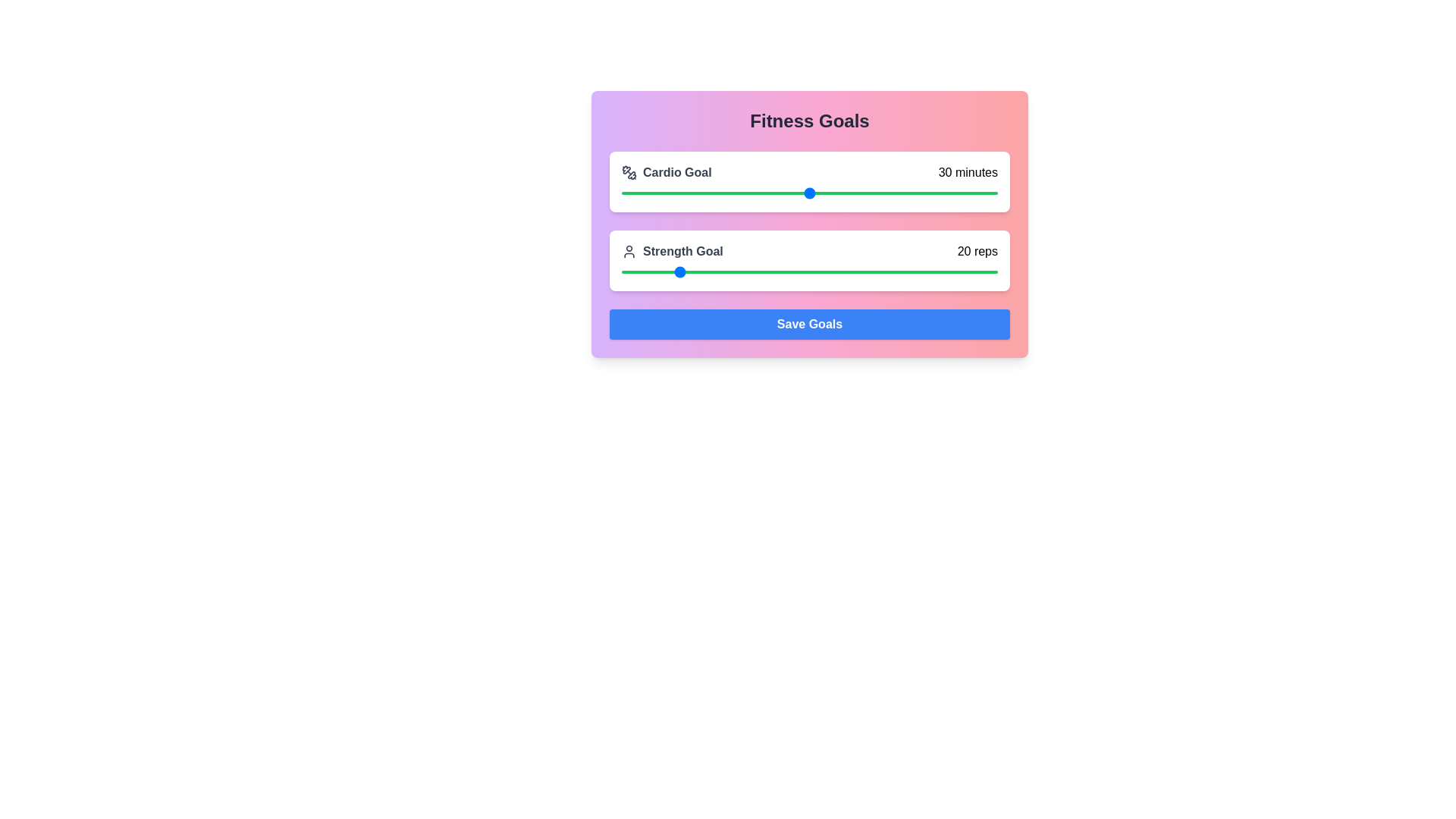  Describe the element at coordinates (696, 192) in the screenshot. I see `the cardio goal` at that location.